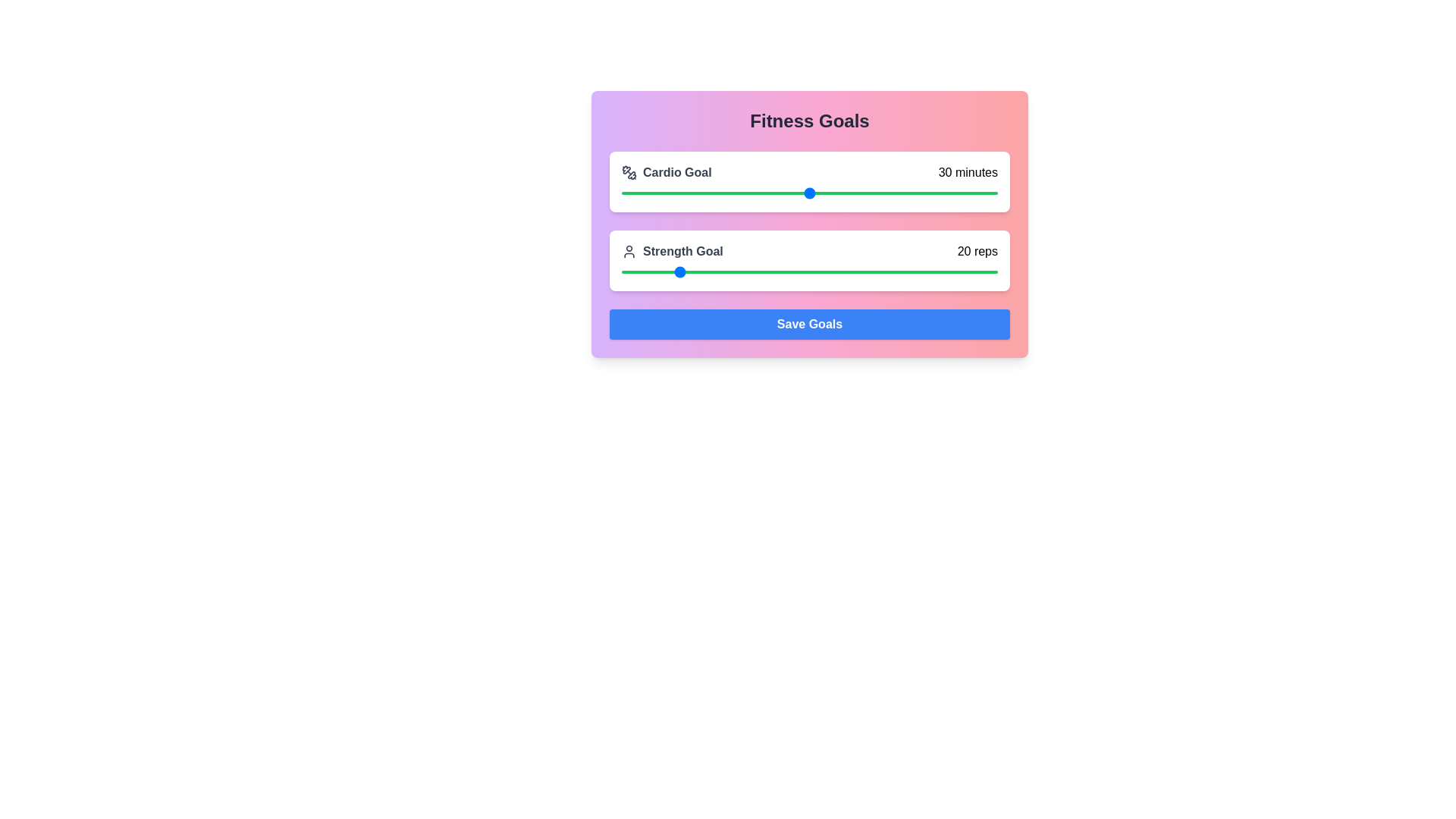  Describe the element at coordinates (696, 192) in the screenshot. I see `the cardio goal` at that location.